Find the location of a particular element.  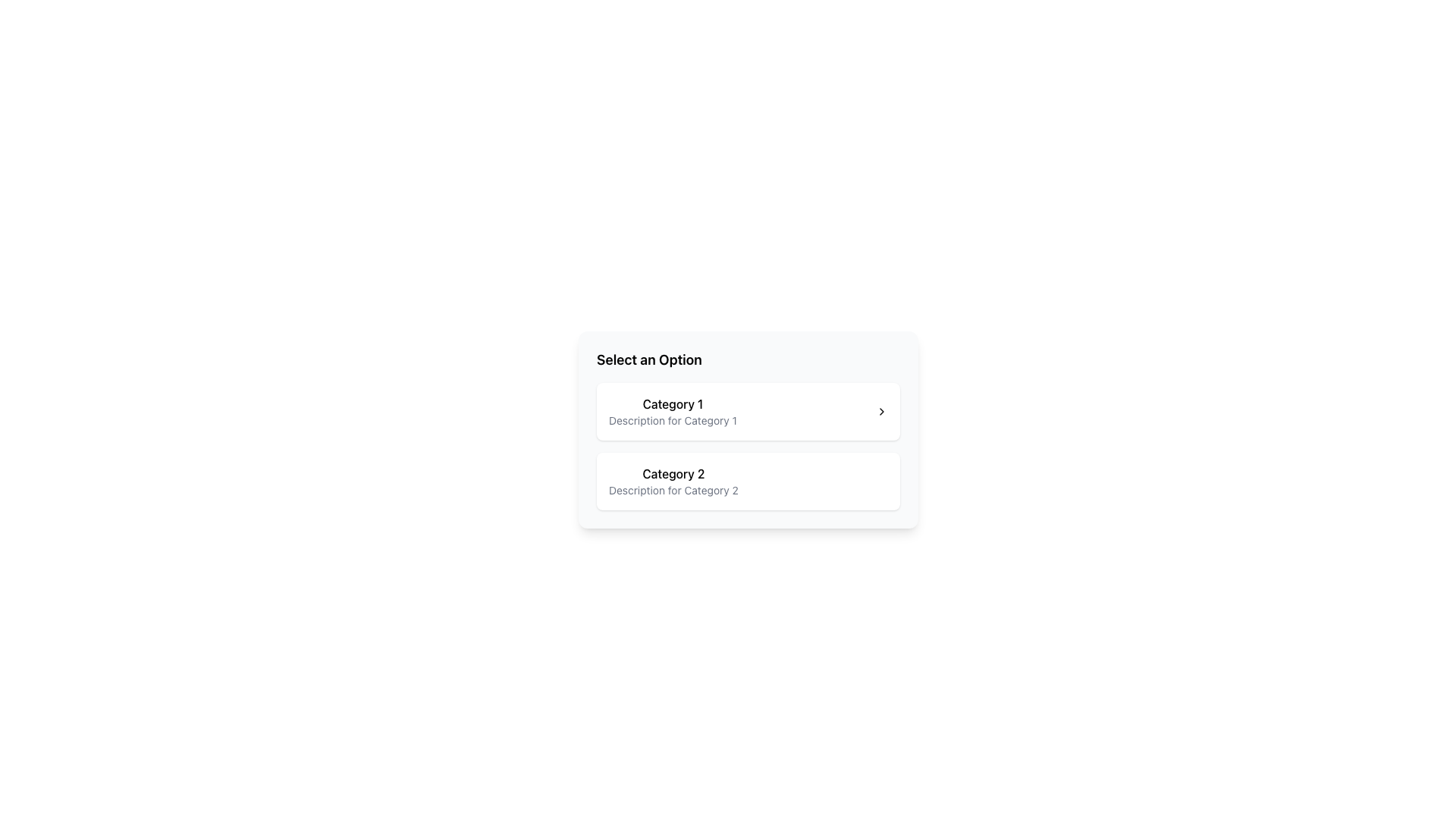

the first clickable list item in the menu that corresponds to 'Category 1' is located at coordinates (748, 412).